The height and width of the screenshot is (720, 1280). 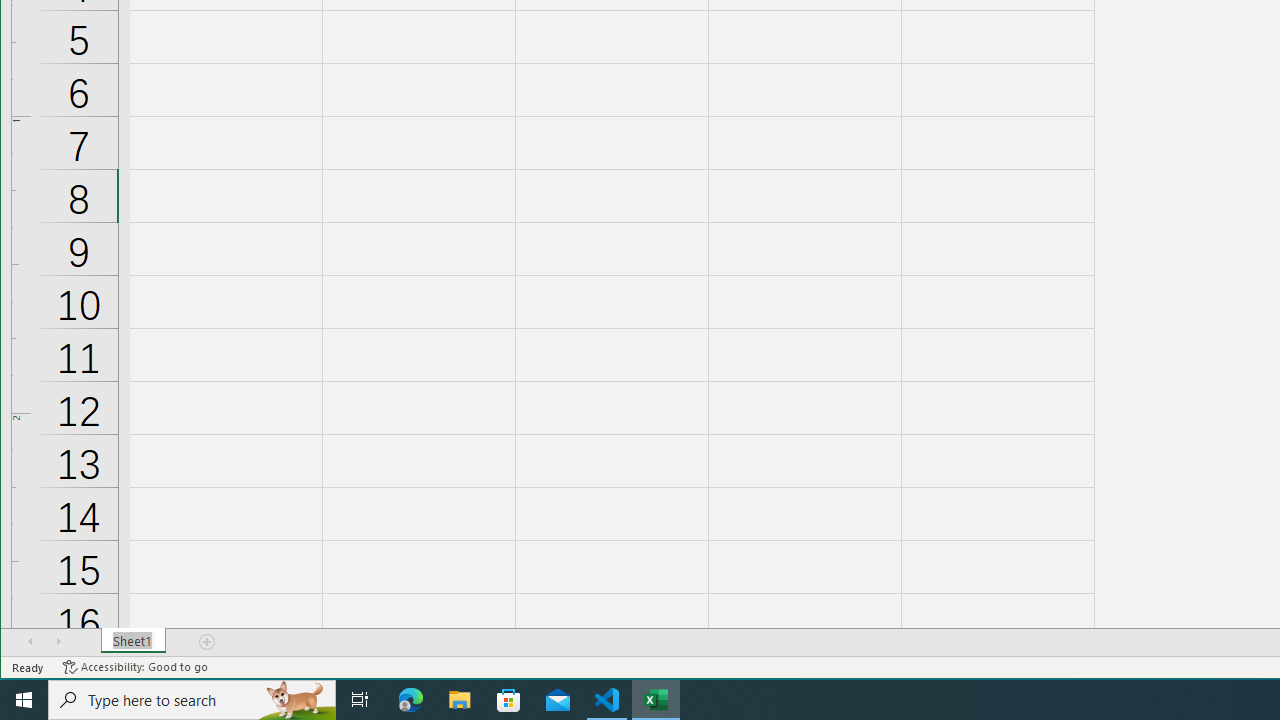 What do you see at coordinates (359, 698) in the screenshot?
I see `'Task View'` at bounding box center [359, 698].